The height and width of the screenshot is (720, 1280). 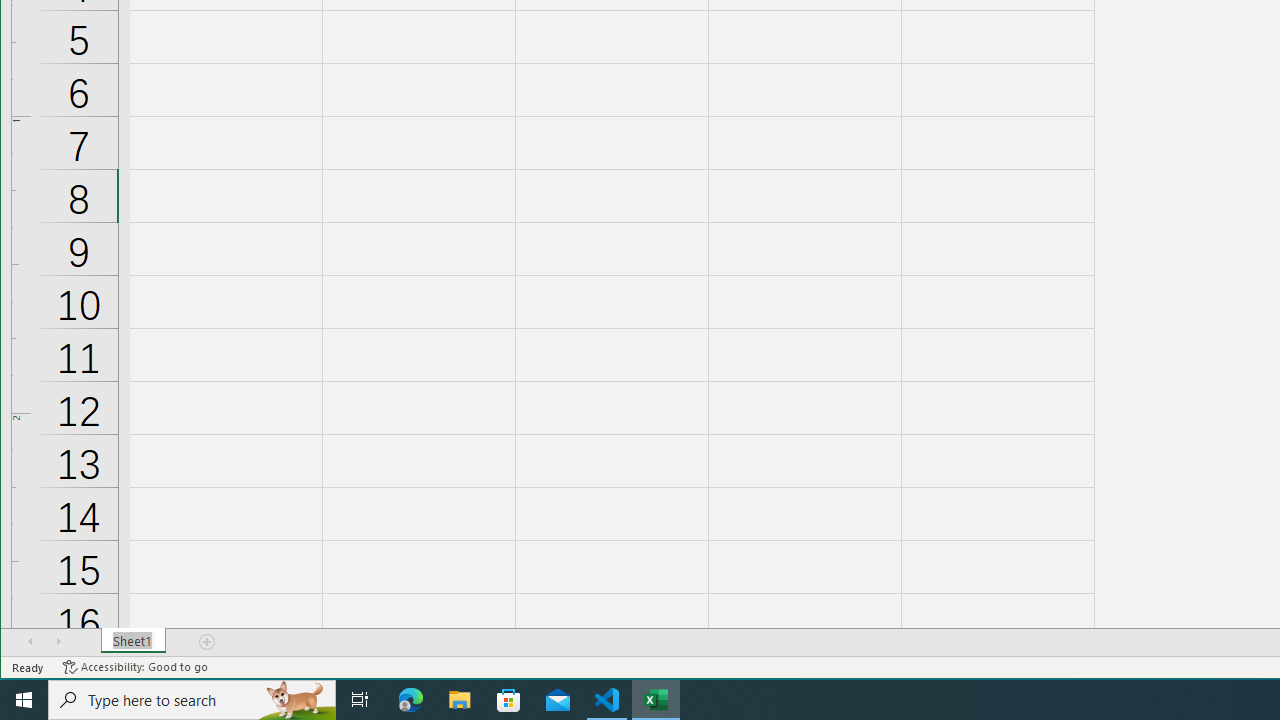 What do you see at coordinates (359, 698) in the screenshot?
I see `'Task View'` at bounding box center [359, 698].